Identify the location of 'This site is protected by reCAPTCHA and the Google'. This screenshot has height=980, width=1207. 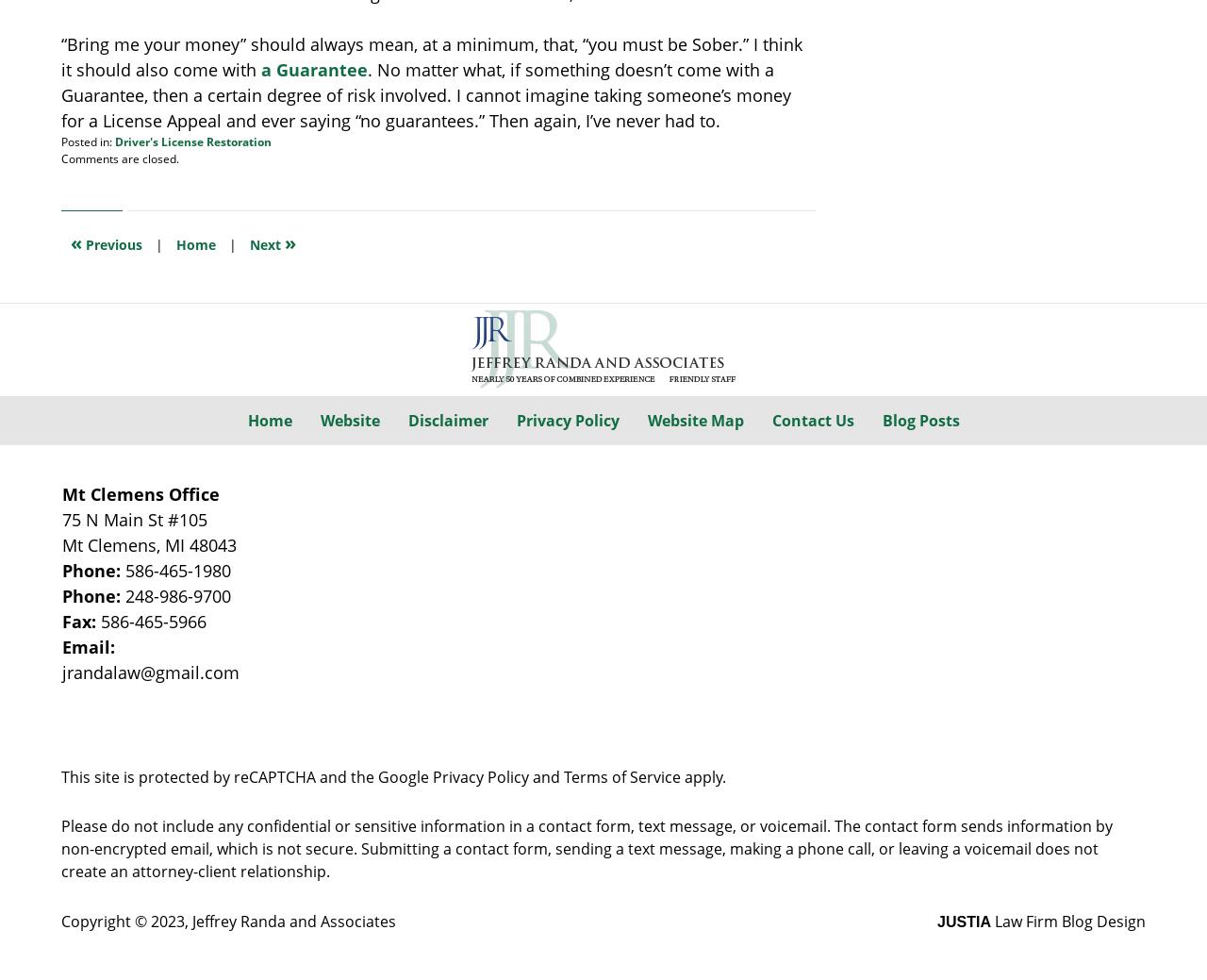
(246, 774).